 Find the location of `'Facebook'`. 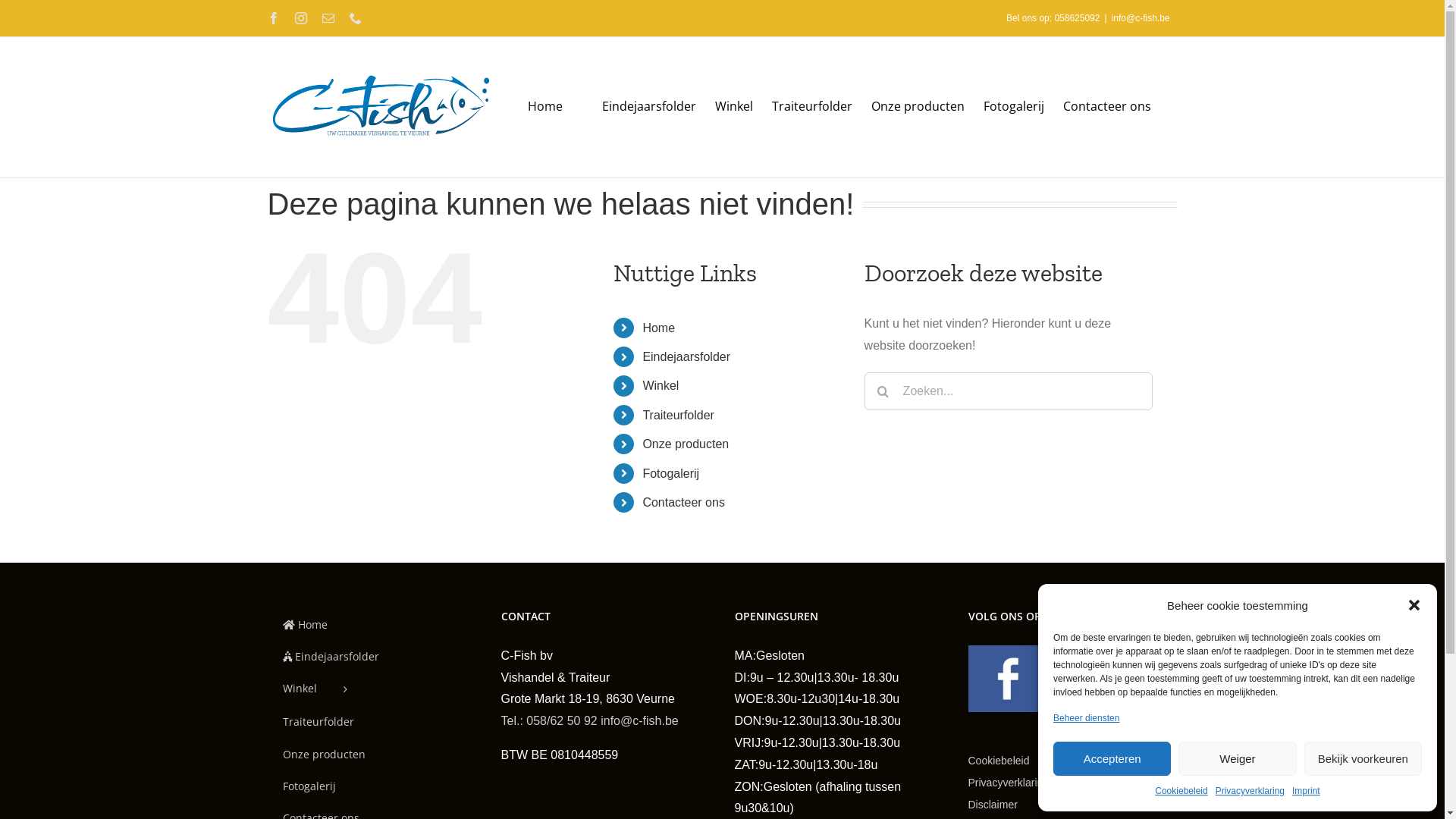

'Facebook' is located at coordinates (266, 17).